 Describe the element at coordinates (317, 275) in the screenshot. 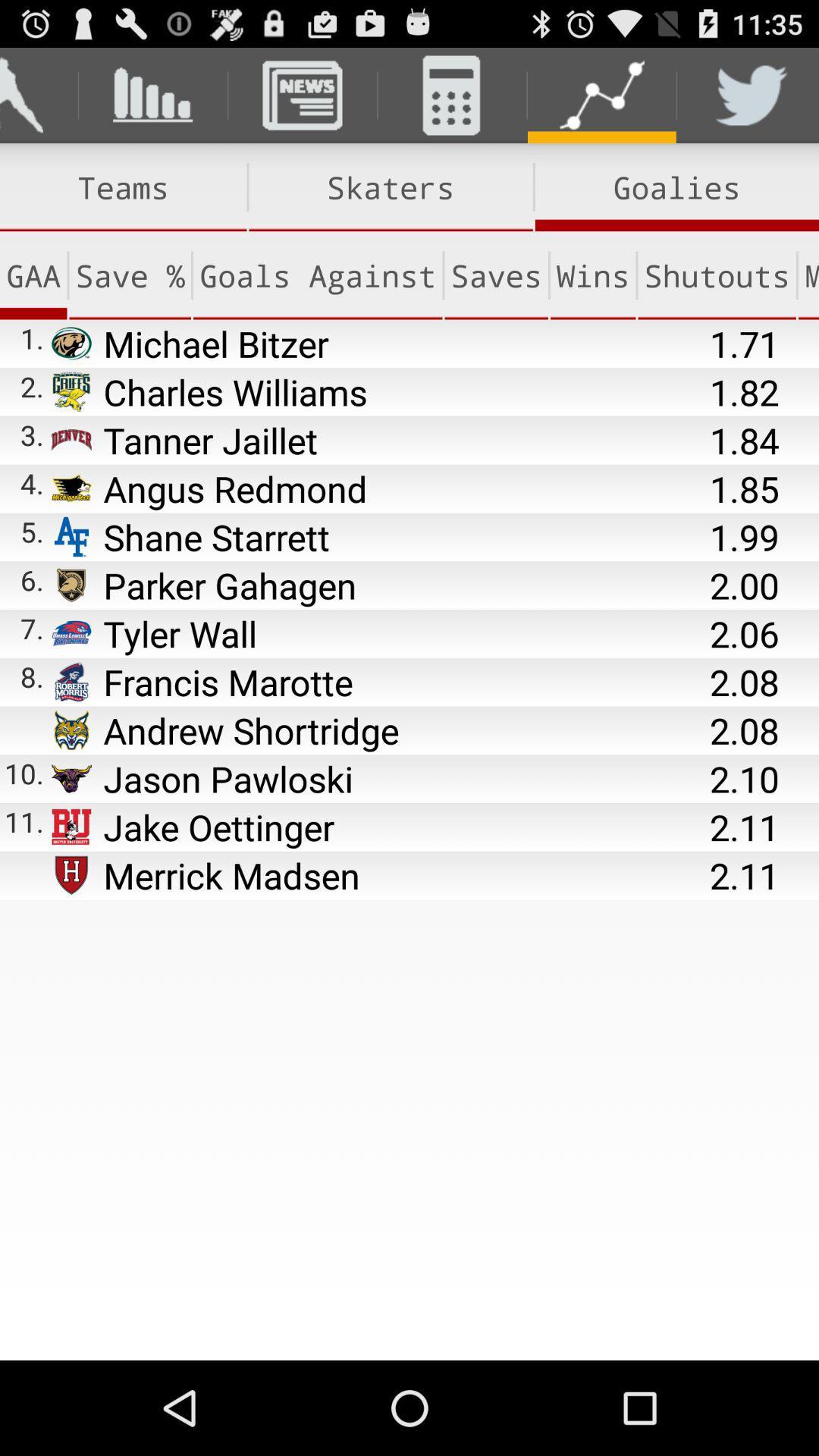

I see `item below the teams icon` at that location.